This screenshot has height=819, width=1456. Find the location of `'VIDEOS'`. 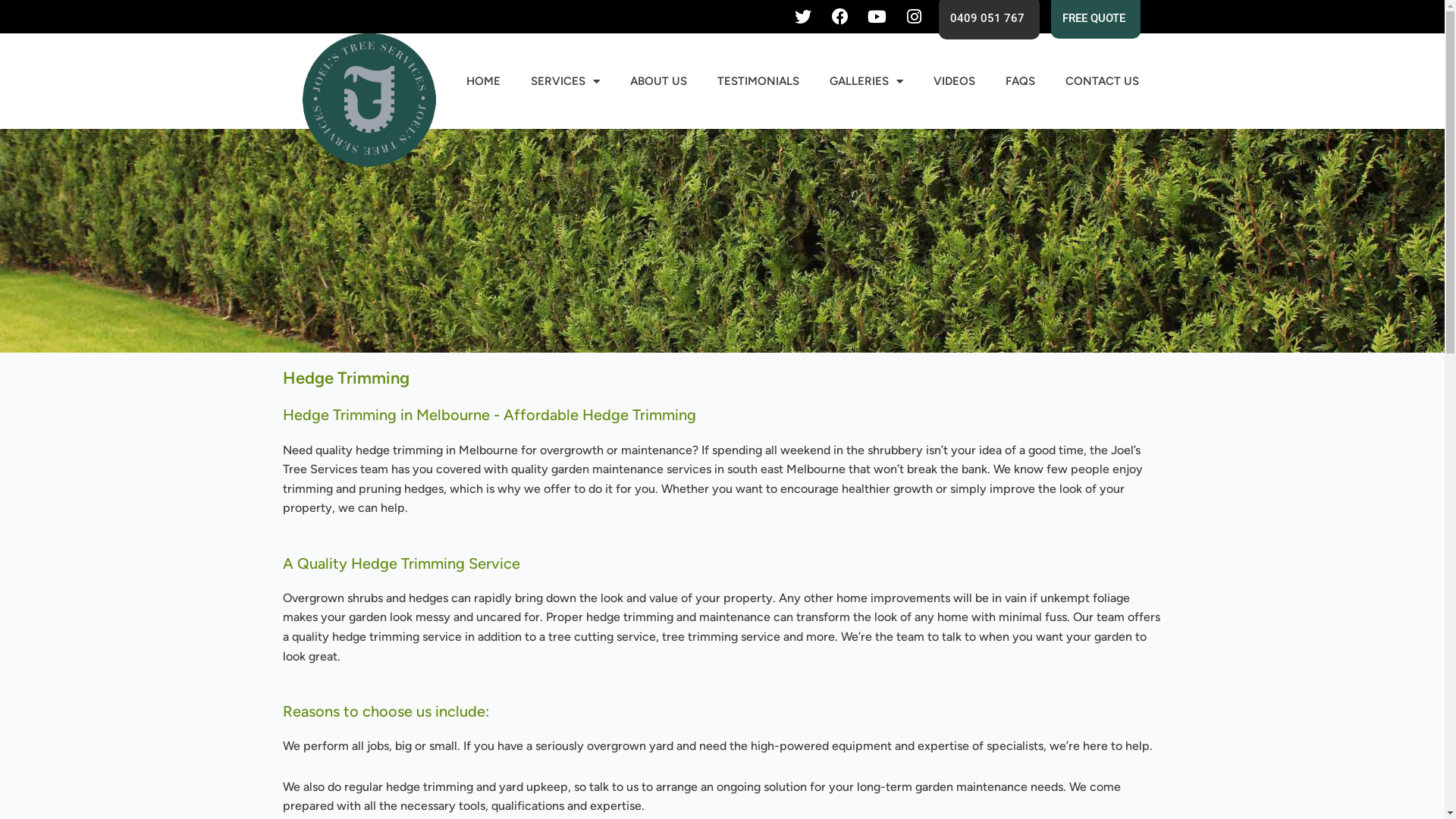

'VIDEOS' is located at coordinates (953, 81).